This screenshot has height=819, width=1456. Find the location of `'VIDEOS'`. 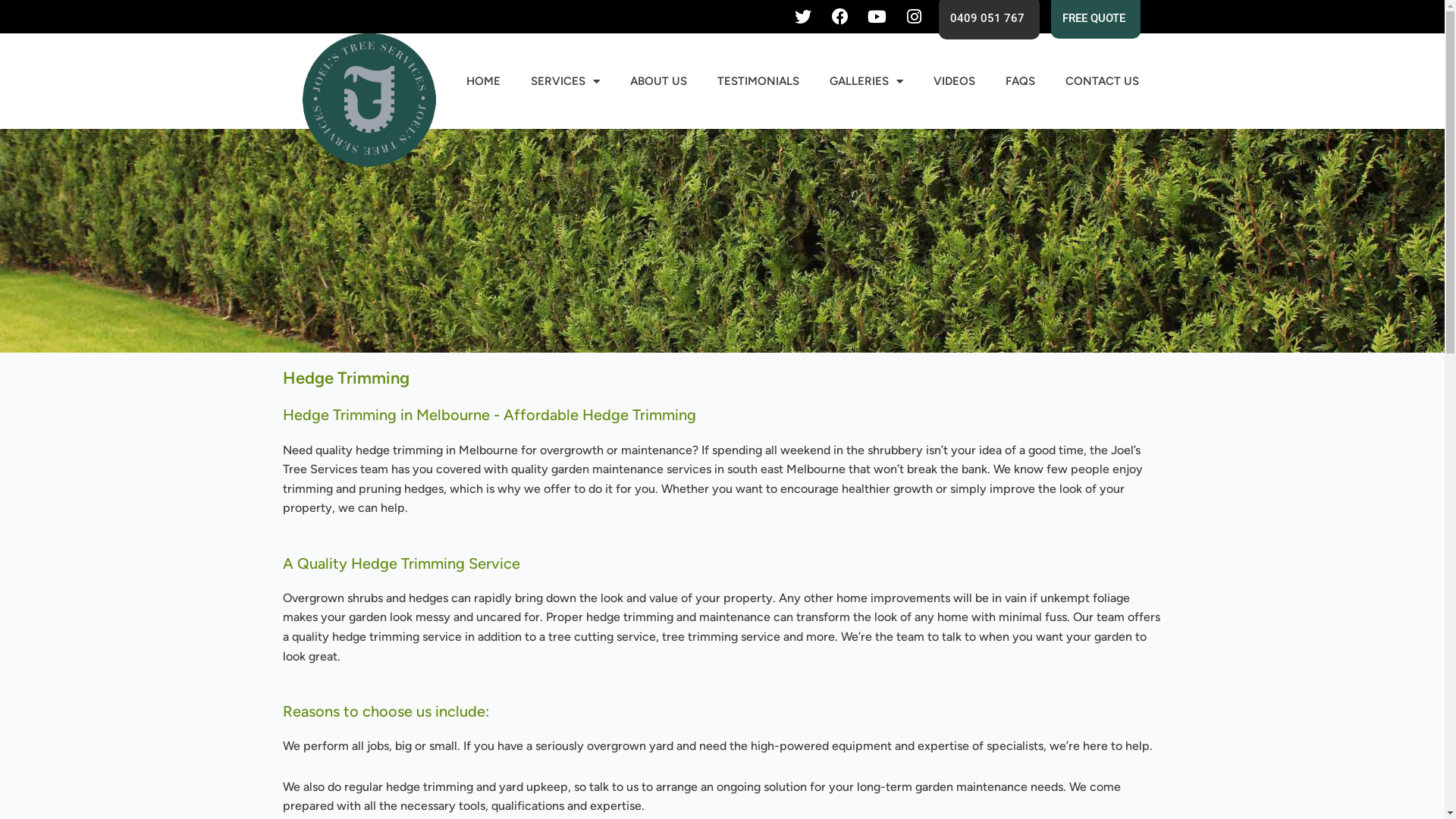

'VIDEOS' is located at coordinates (953, 81).